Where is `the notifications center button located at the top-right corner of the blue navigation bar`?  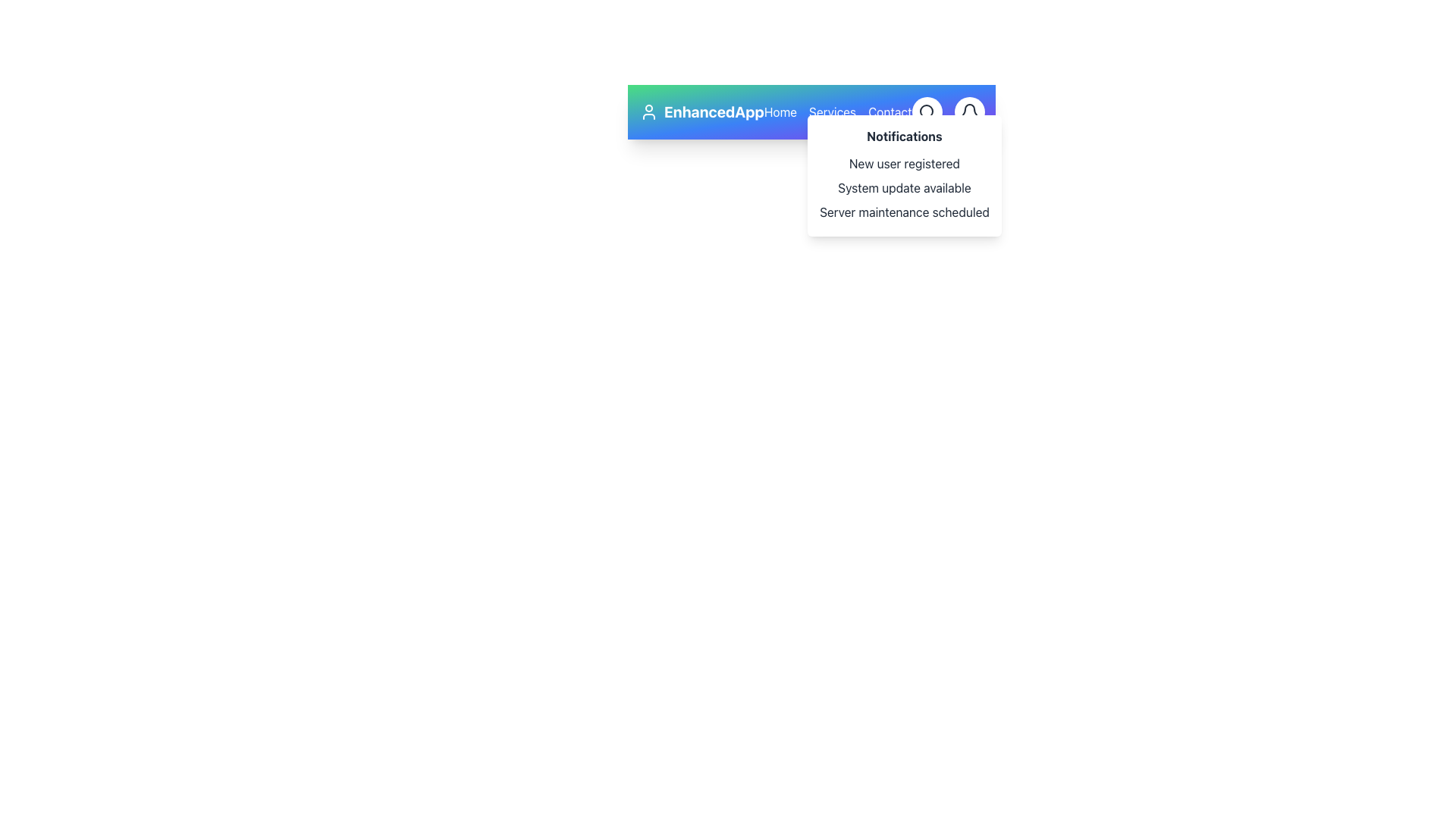
the notifications center button located at the top-right corner of the blue navigation bar is located at coordinates (968, 111).